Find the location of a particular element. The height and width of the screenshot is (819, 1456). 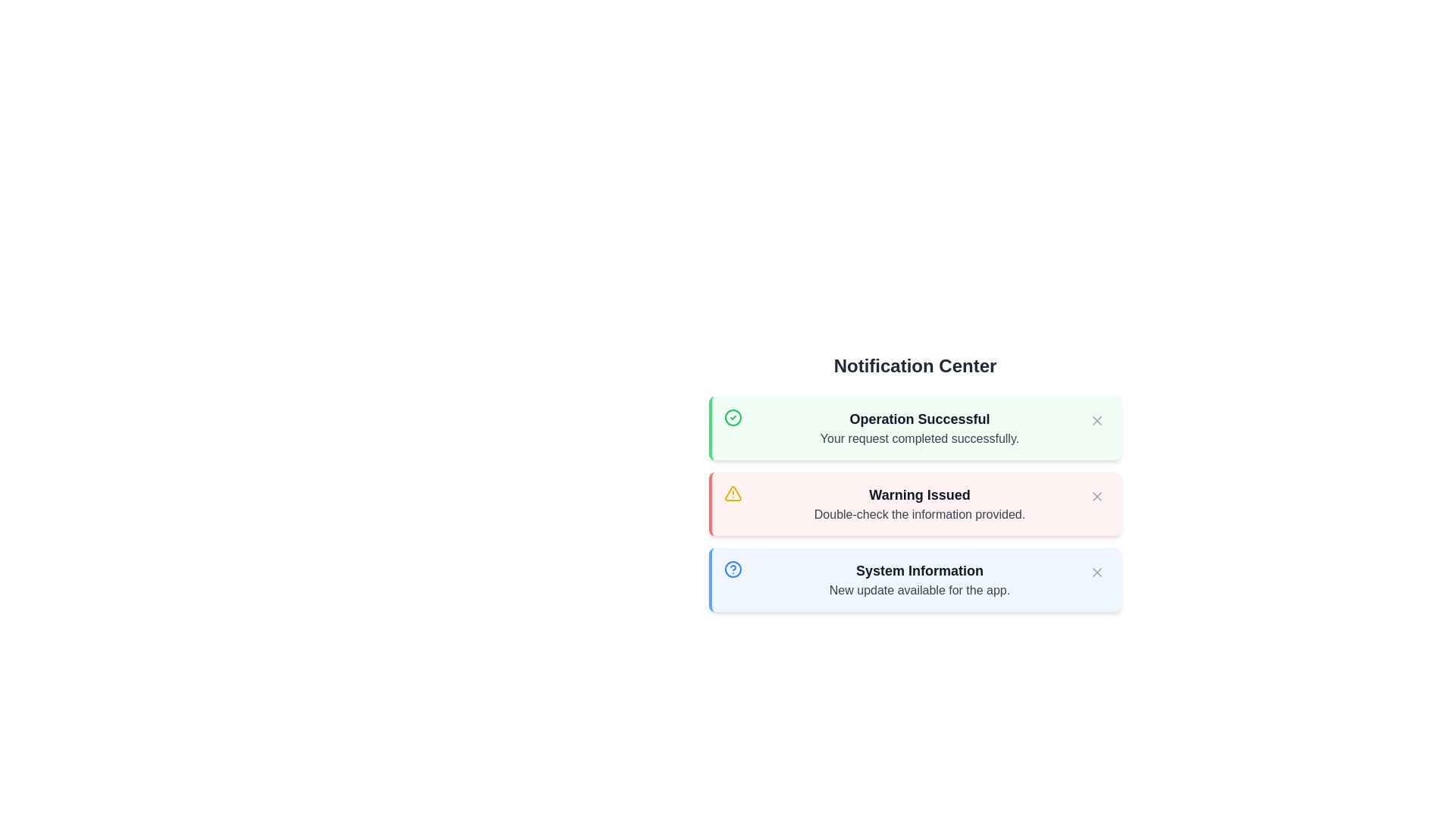

muted gray text displayed beneath the bold heading 'Warning Issued' in the notification box is located at coordinates (919, 513).